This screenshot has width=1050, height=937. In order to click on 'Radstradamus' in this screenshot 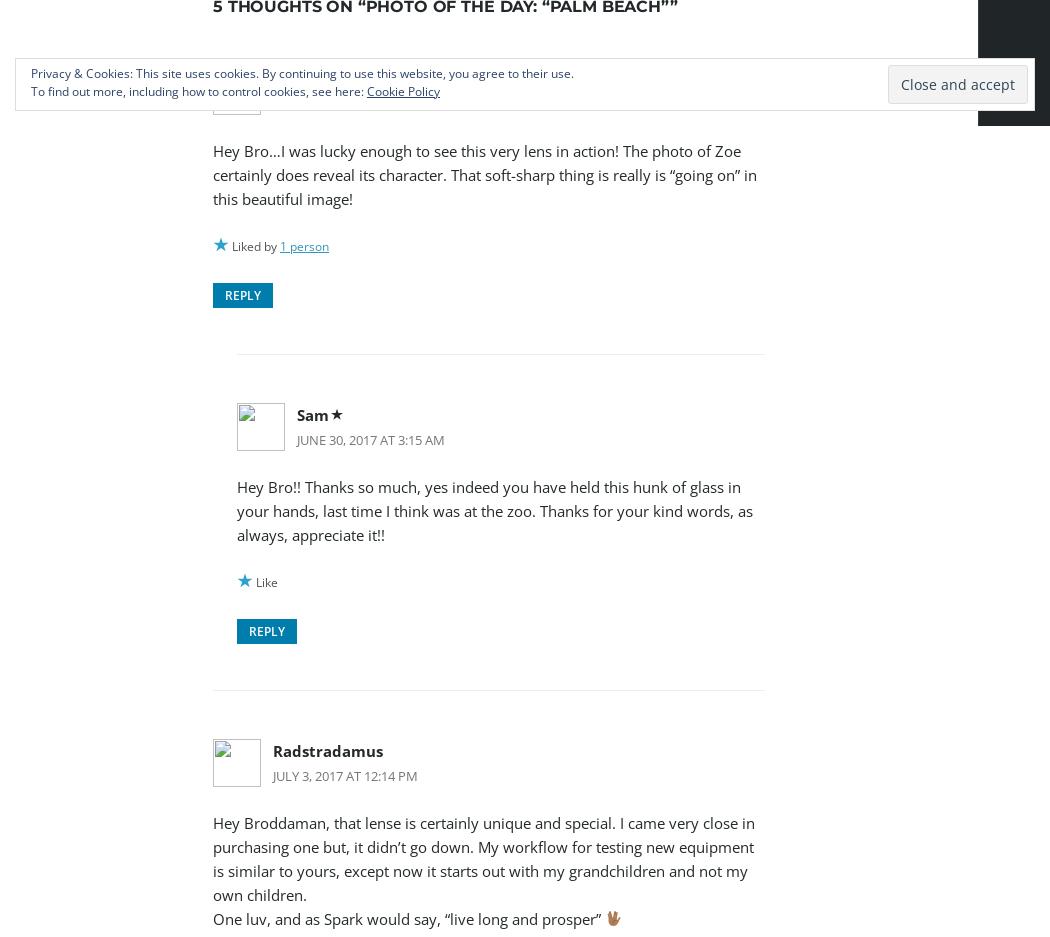, I will do `click(328, 748)`.